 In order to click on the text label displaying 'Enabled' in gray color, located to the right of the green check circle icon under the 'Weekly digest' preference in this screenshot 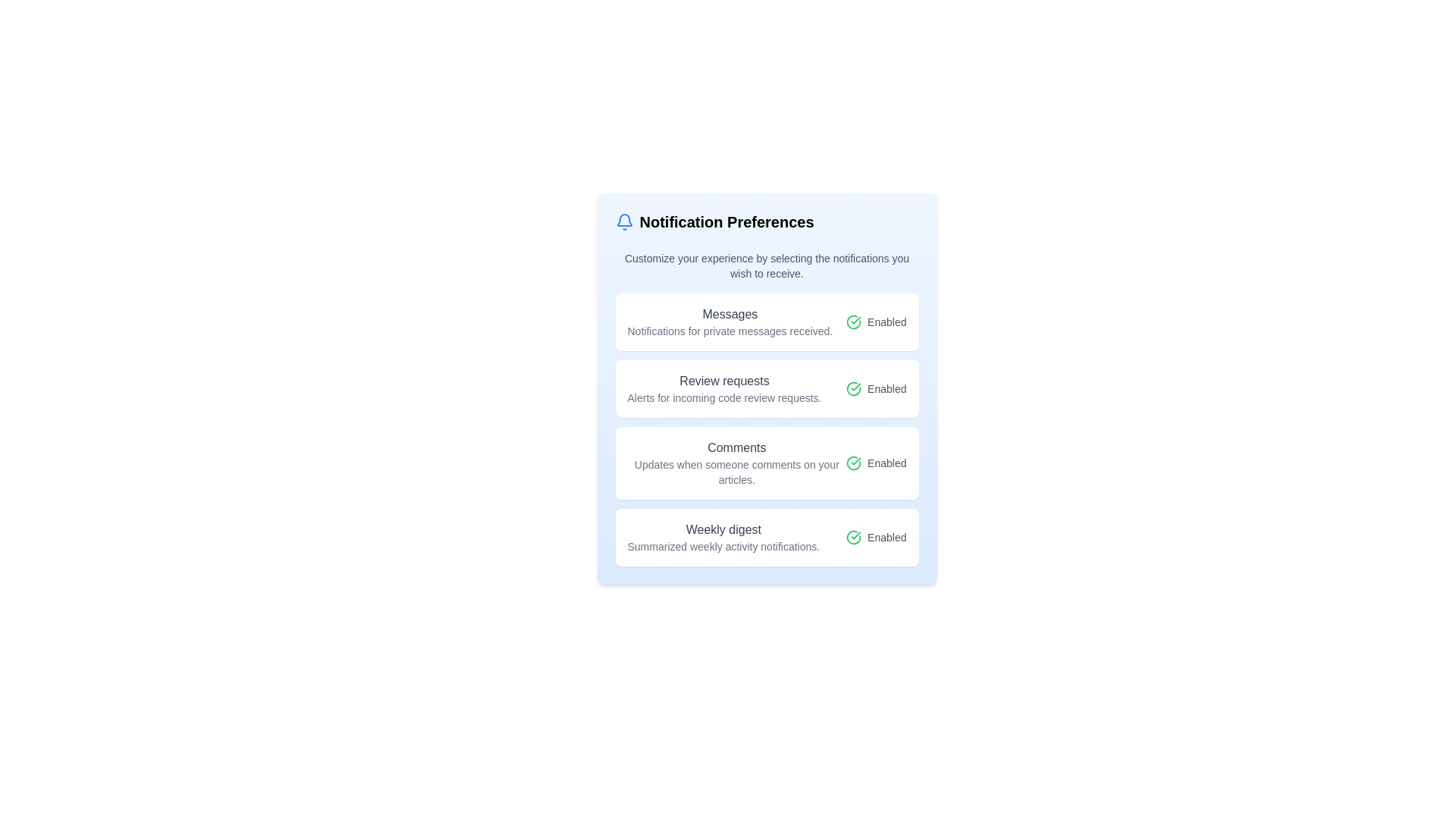, I will do `click(886, 537)`.